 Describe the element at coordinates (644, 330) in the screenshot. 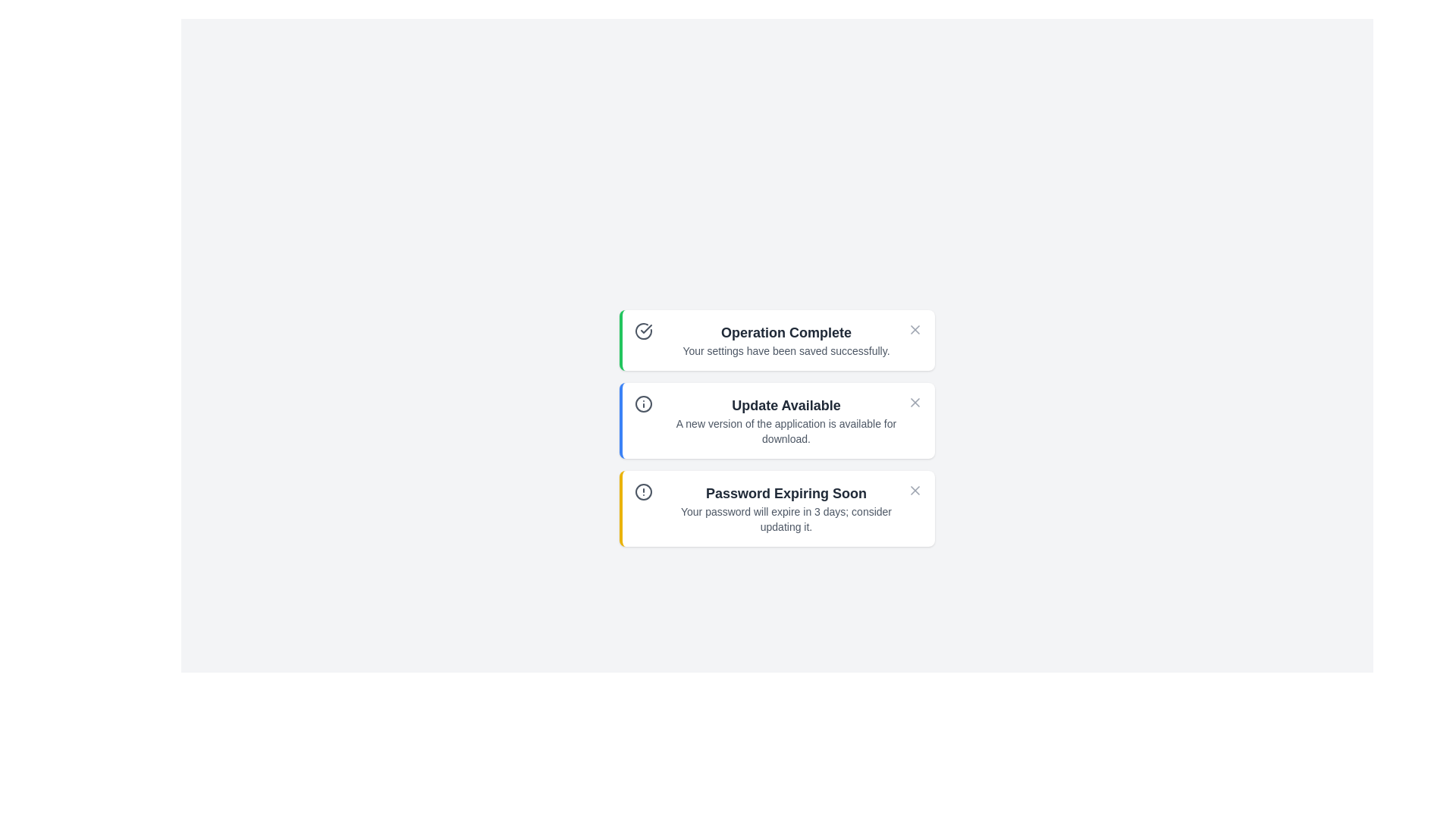

I see `the checkmark within a circle icon that indicates success or completion, located adjacent to the 'Operation Complete' message at the top of the notification stack` at that location.